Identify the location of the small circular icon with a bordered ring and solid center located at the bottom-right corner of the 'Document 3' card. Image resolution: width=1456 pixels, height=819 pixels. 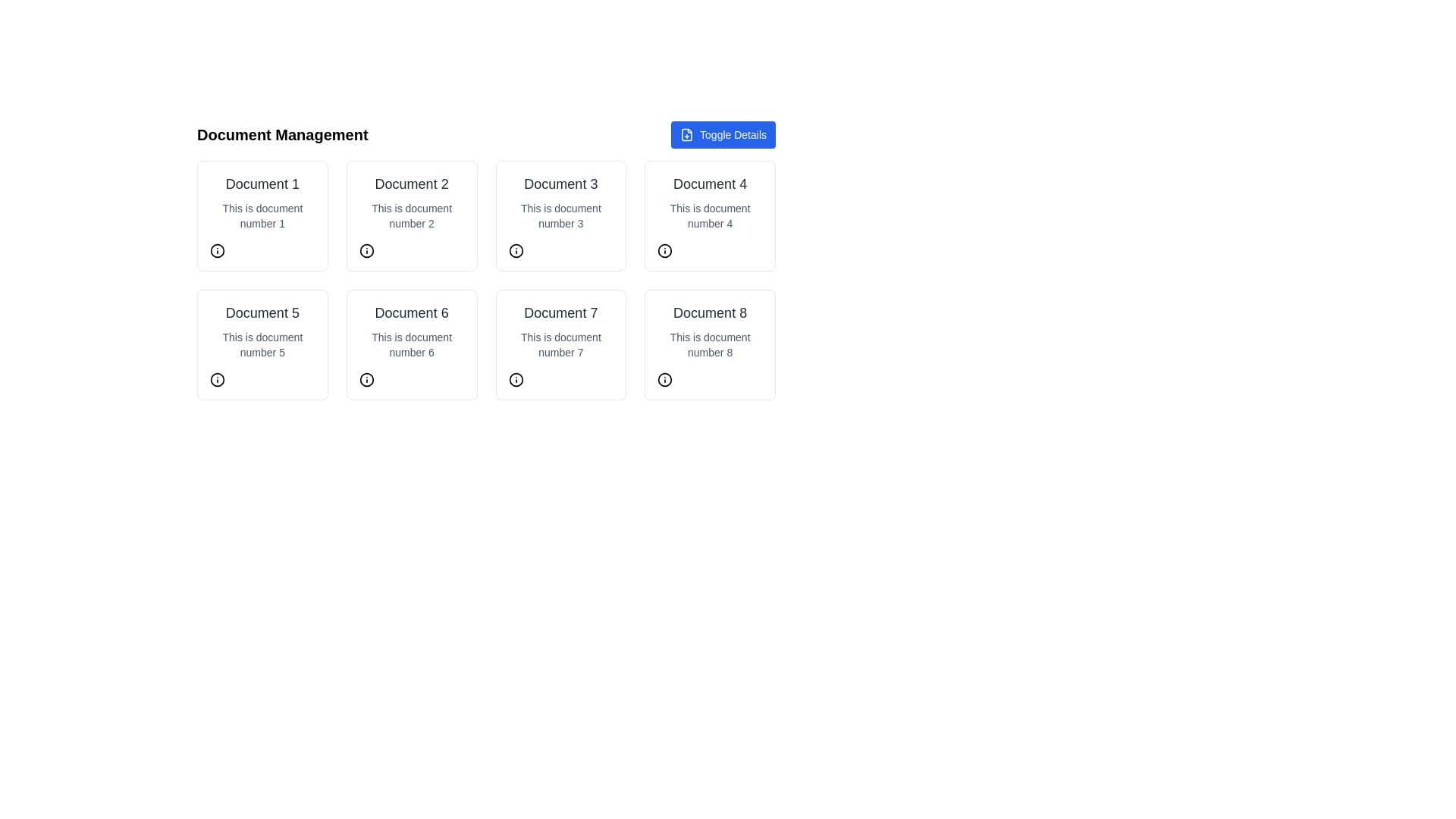
(516, 250).